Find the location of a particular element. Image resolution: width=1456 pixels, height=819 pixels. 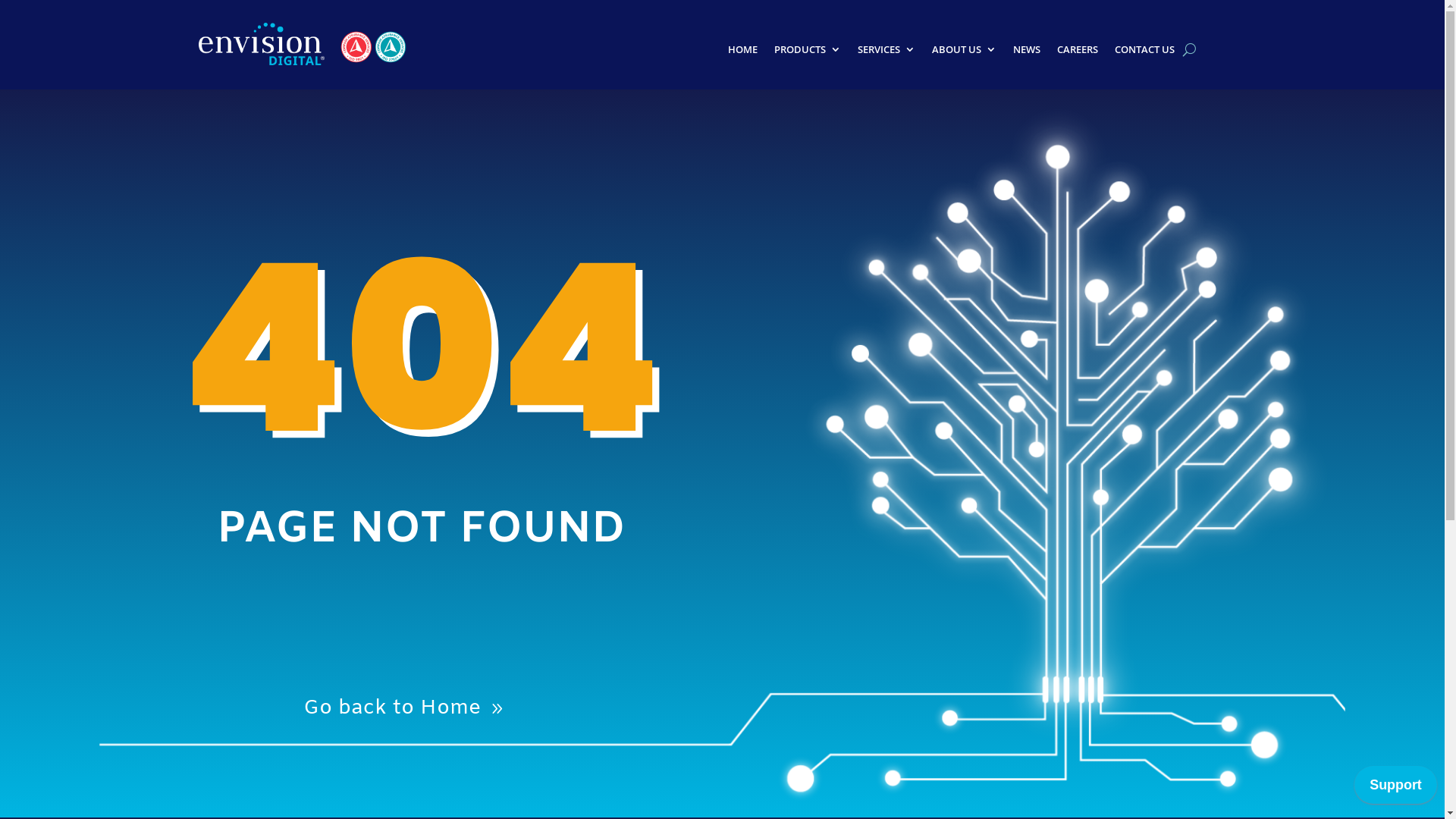

'PRODUCTS' is located at coordinates (774, 52).